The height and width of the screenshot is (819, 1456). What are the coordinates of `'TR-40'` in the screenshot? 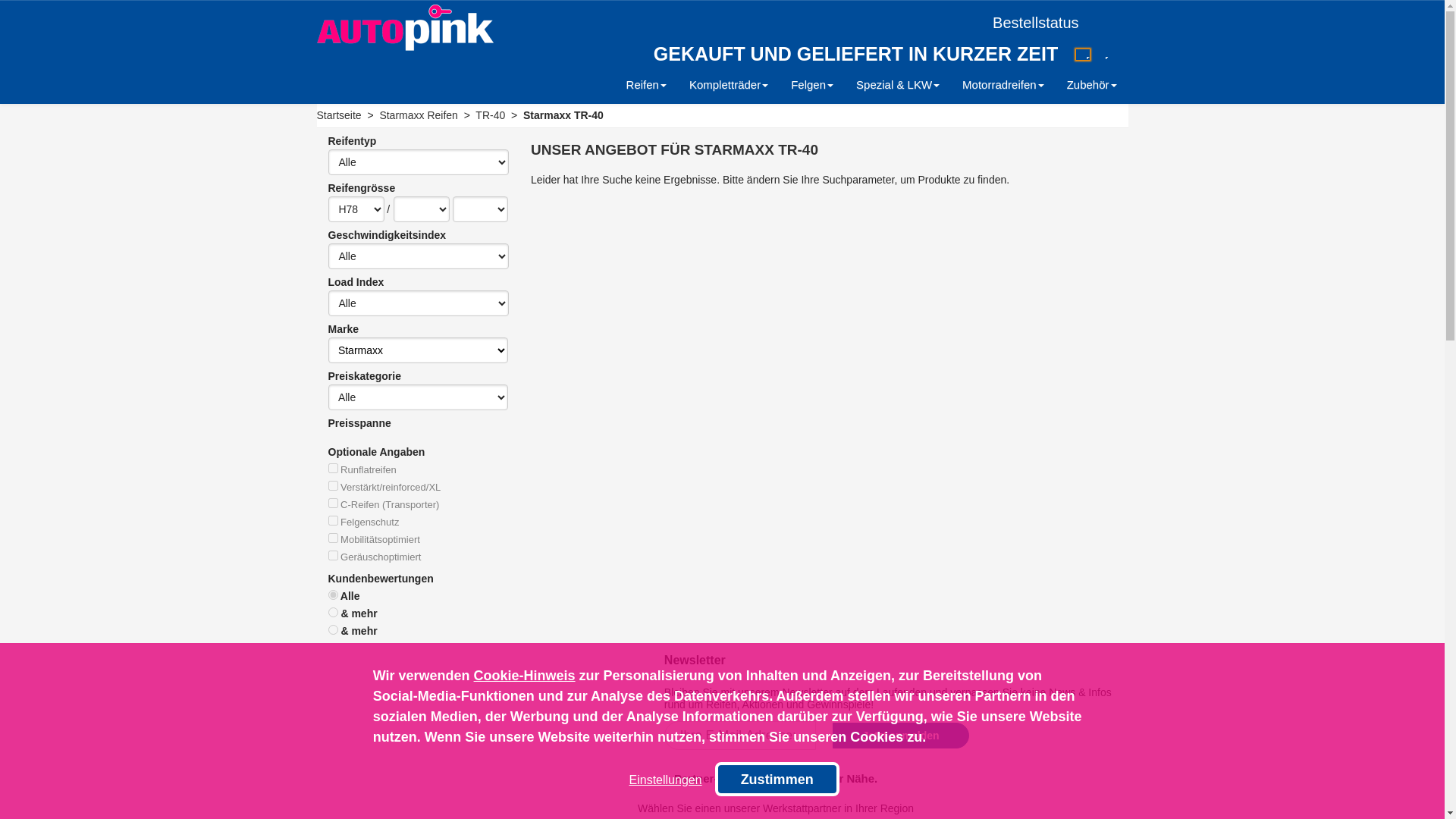 It's located at (490, 114).